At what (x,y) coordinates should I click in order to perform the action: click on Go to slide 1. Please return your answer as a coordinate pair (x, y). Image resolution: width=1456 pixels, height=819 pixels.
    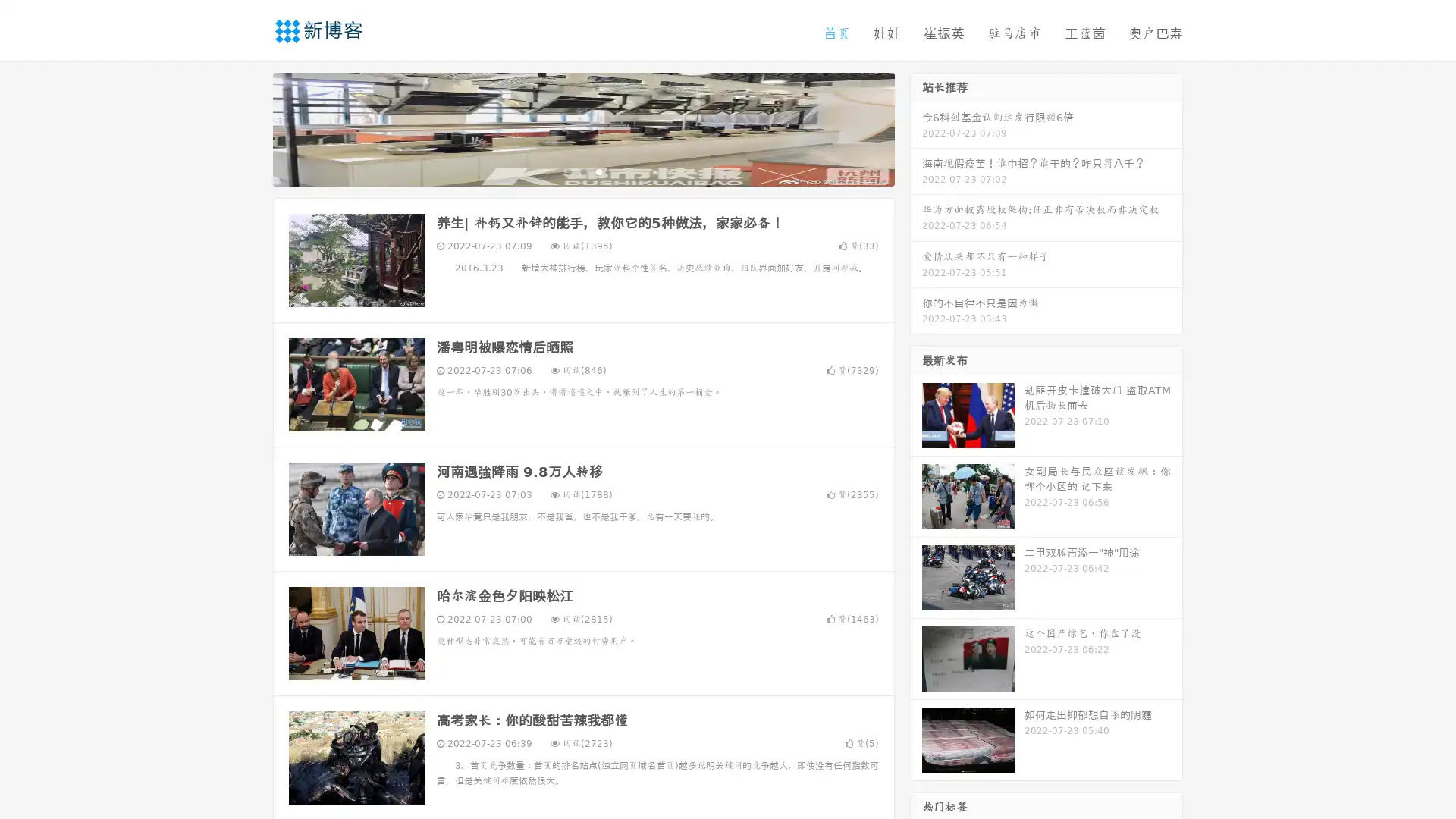
    Looking at the image, I should click on (567, 171).